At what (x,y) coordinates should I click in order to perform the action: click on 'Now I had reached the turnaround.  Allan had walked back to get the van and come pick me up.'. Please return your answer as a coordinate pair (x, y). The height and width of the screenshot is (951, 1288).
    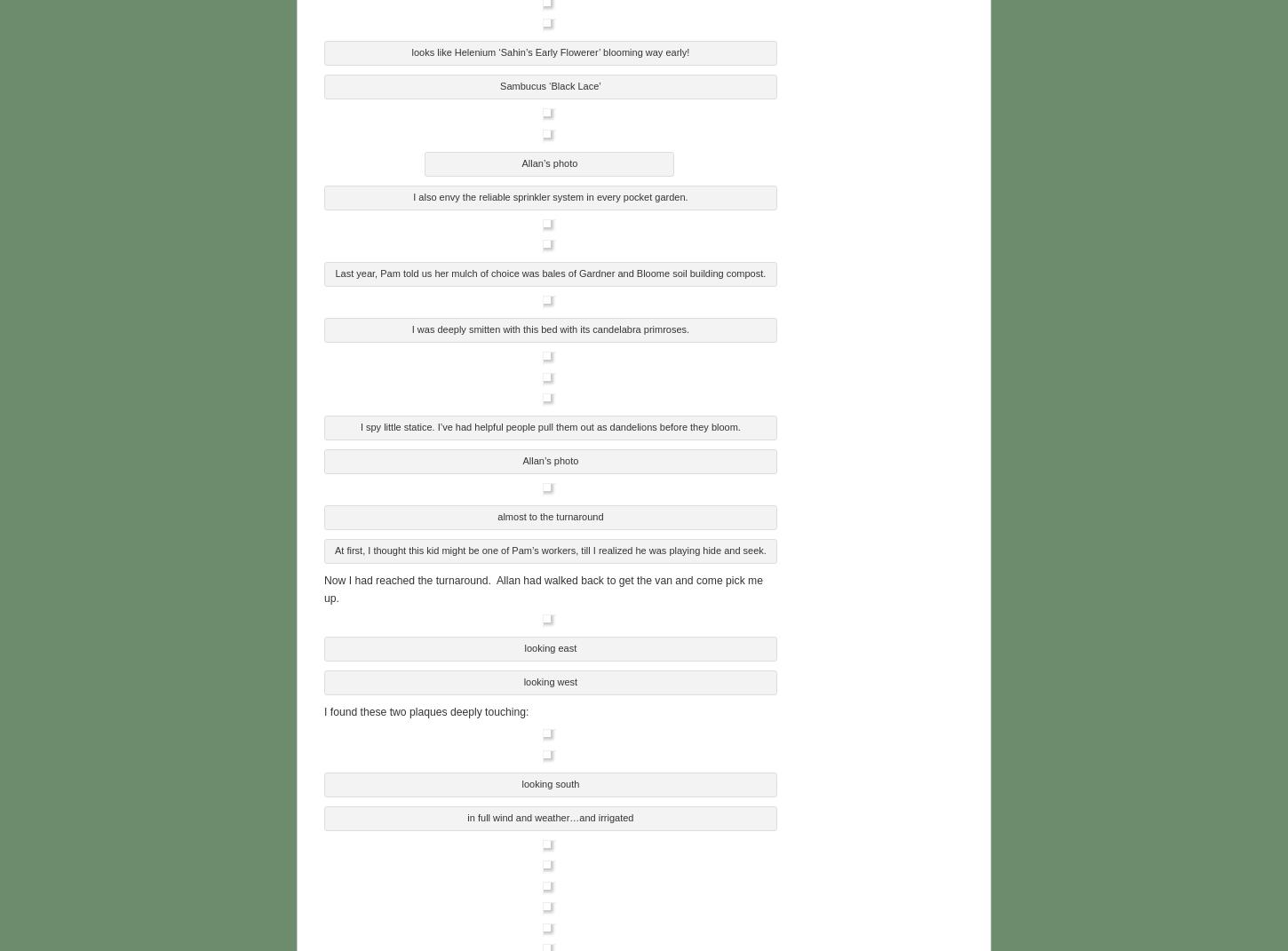
    Looking at the image, I should click on (542, 586).